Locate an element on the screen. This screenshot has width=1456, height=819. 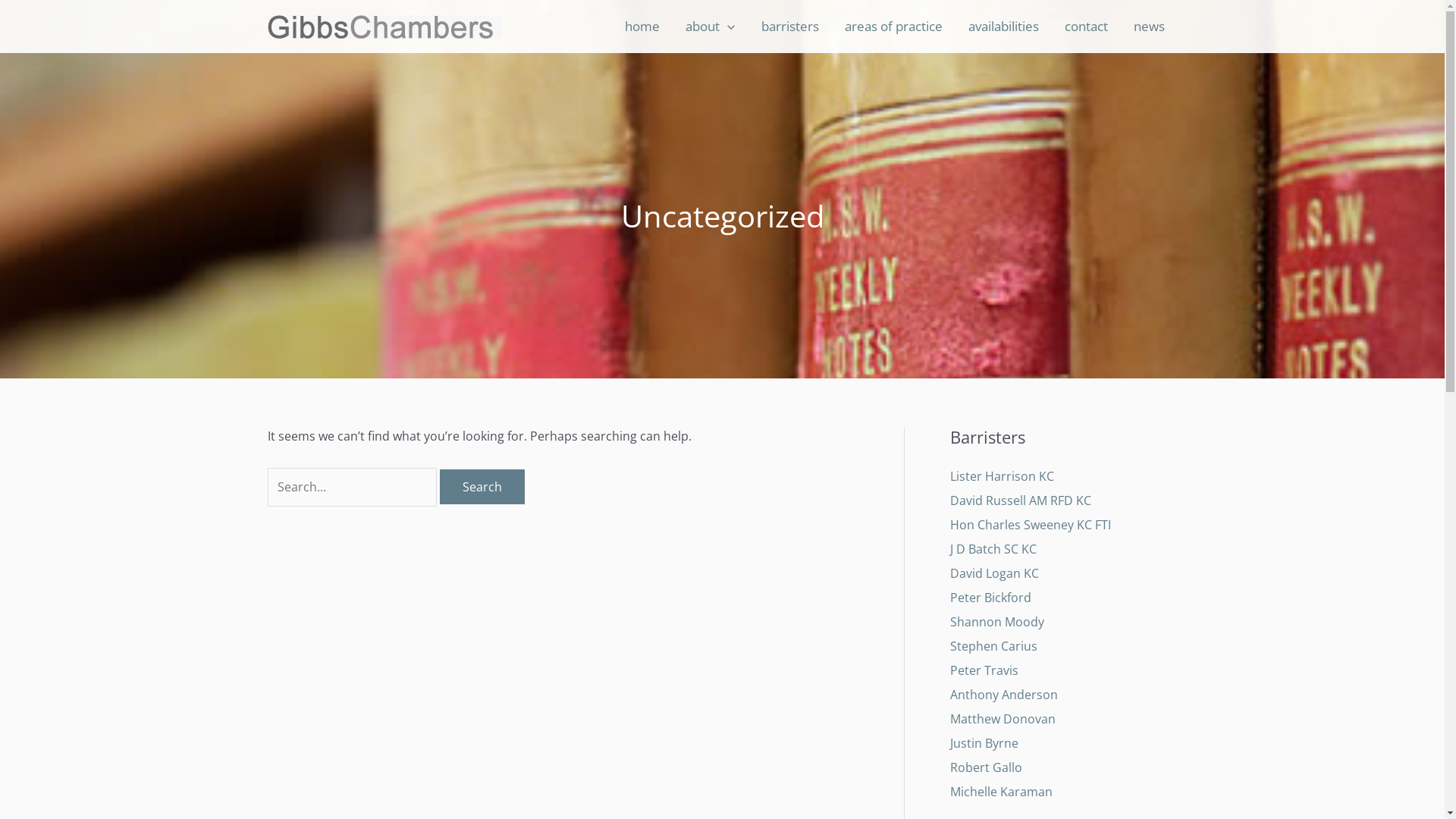
'Matthew Donovan' is located at coordinates (1002, 718).